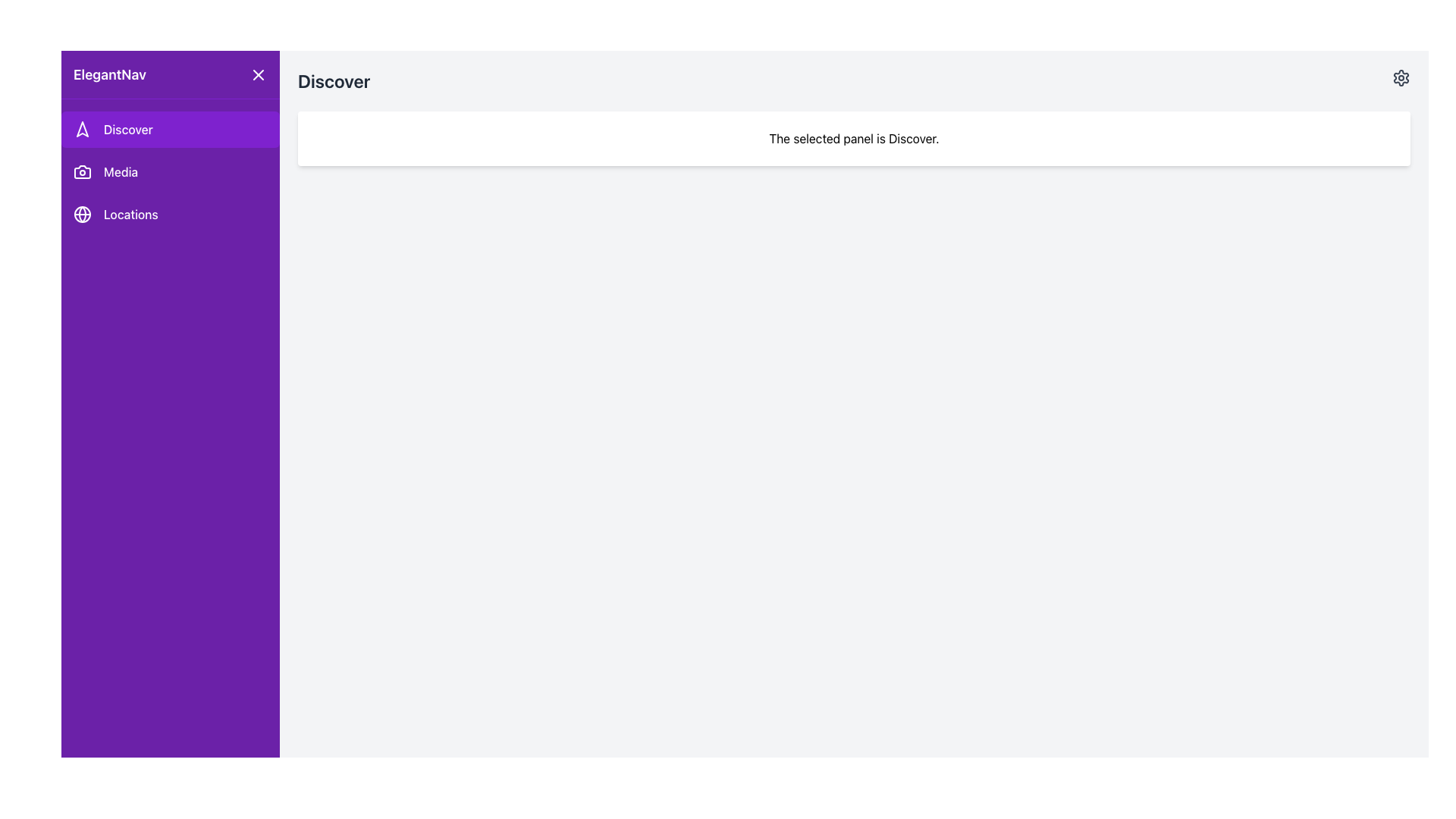  Describe the element at coordinates (130, 214) in the screenshot. I see `the Text Label in the sidebar that serves as a label for a navigation menu item related to locations, which is the third item in the vertical menu structure after 'Discover' and 'Media'` at that location.